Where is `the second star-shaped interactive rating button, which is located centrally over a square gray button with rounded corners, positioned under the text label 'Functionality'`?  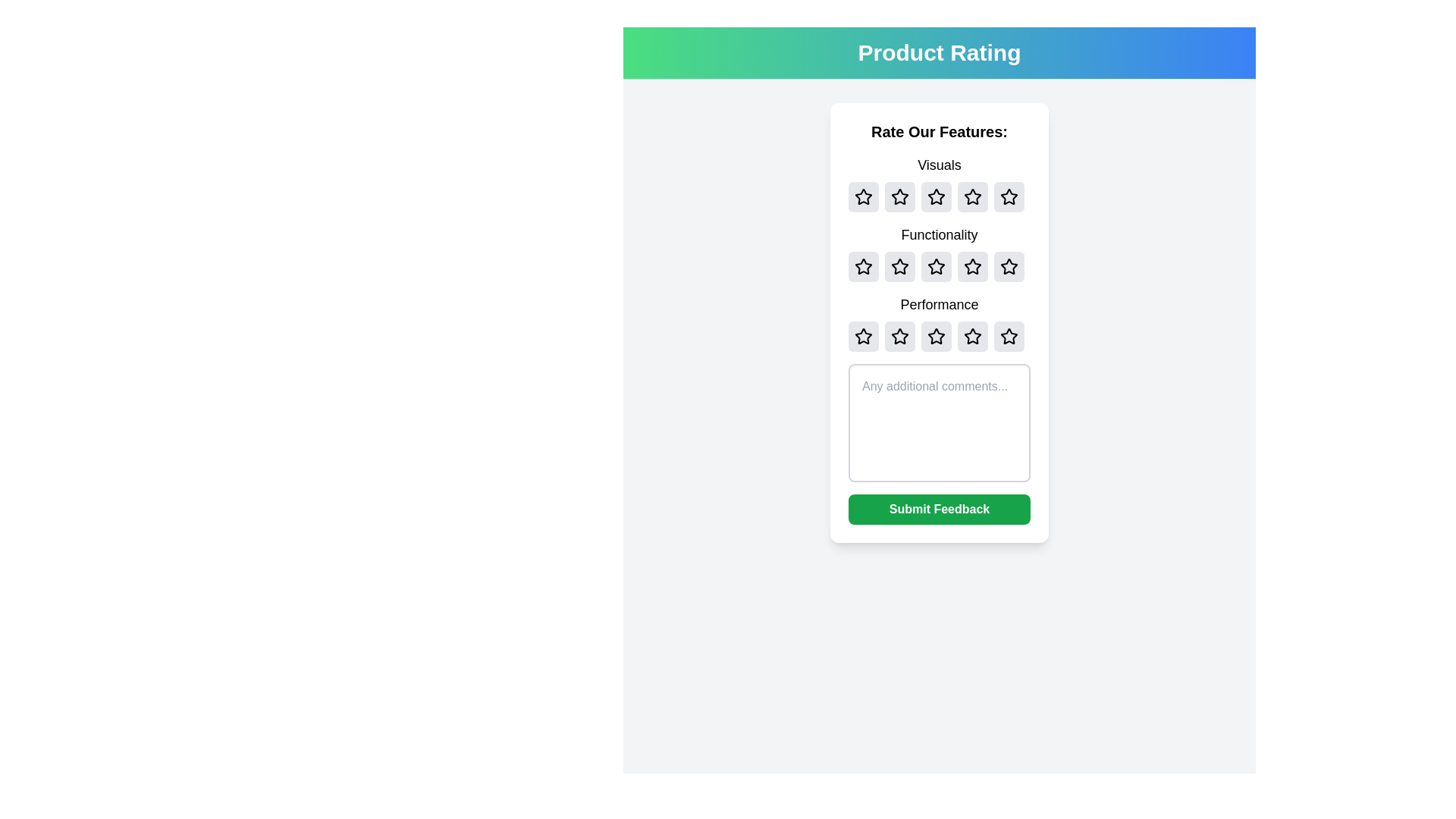 the second star-shaped interactive rating button, which is located centrally over a square gray button with rounded corners, positioned under the text label 'Functionality' is located at coordinates (899, 265).